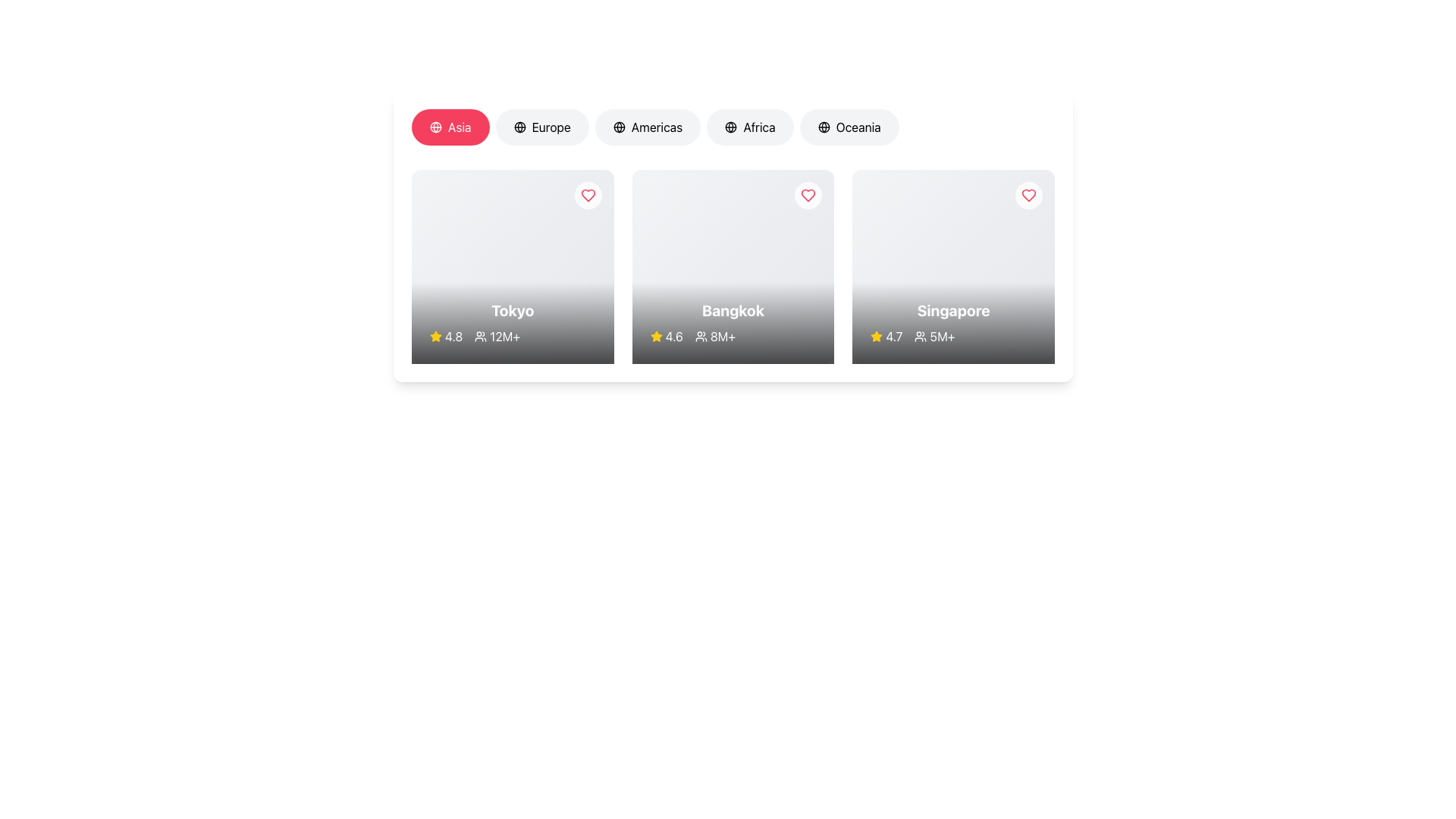  What do you see at coordinates (587, 195) in the screenshot?
I see `the 'favorite' or 'like' button located at the top-right corner of the 'Tokyo' card` at bounding box center [587, 195].